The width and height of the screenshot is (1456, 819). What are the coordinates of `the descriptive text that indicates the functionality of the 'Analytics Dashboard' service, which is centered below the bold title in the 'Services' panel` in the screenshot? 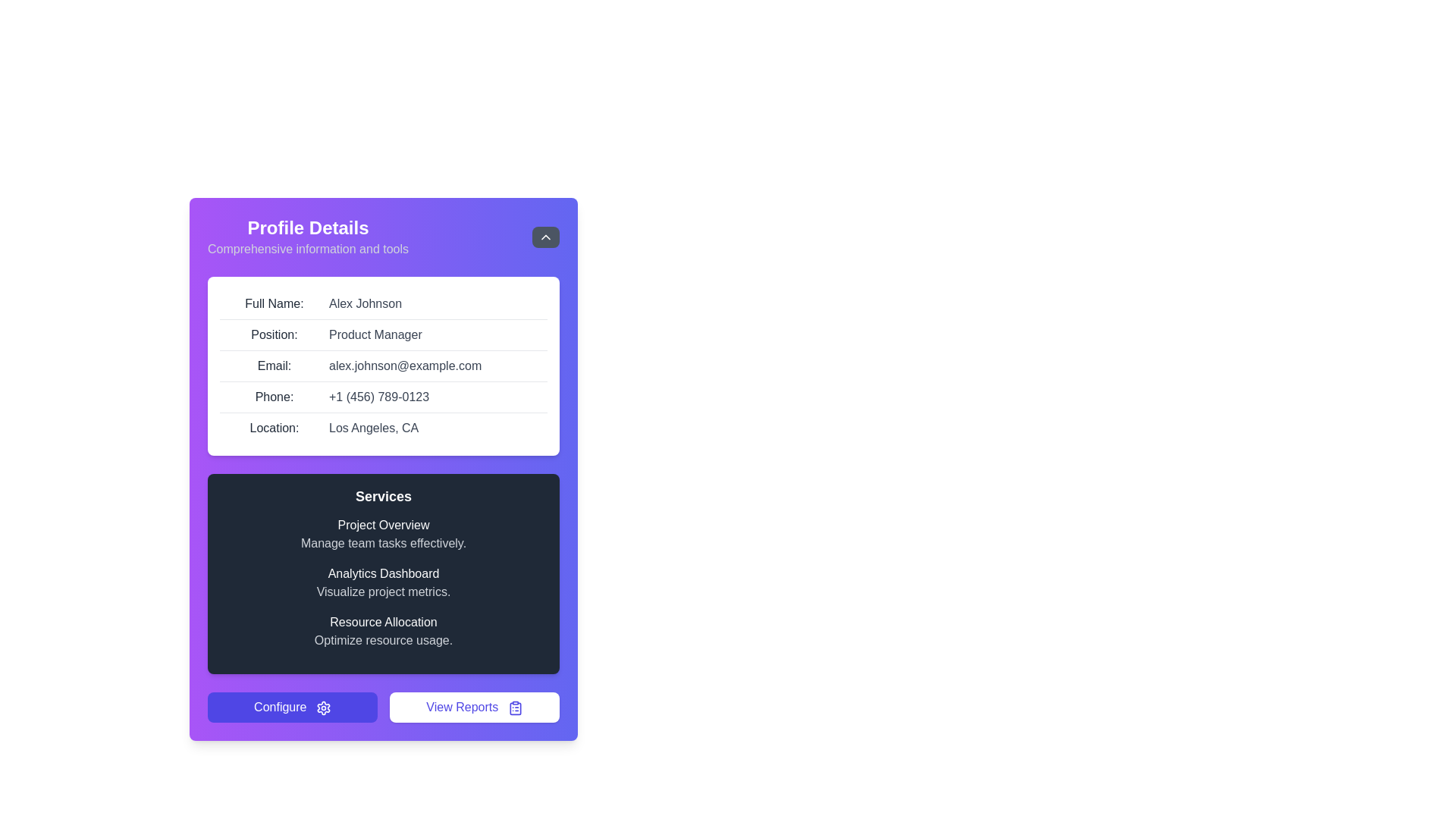 It's located at (383, 591).